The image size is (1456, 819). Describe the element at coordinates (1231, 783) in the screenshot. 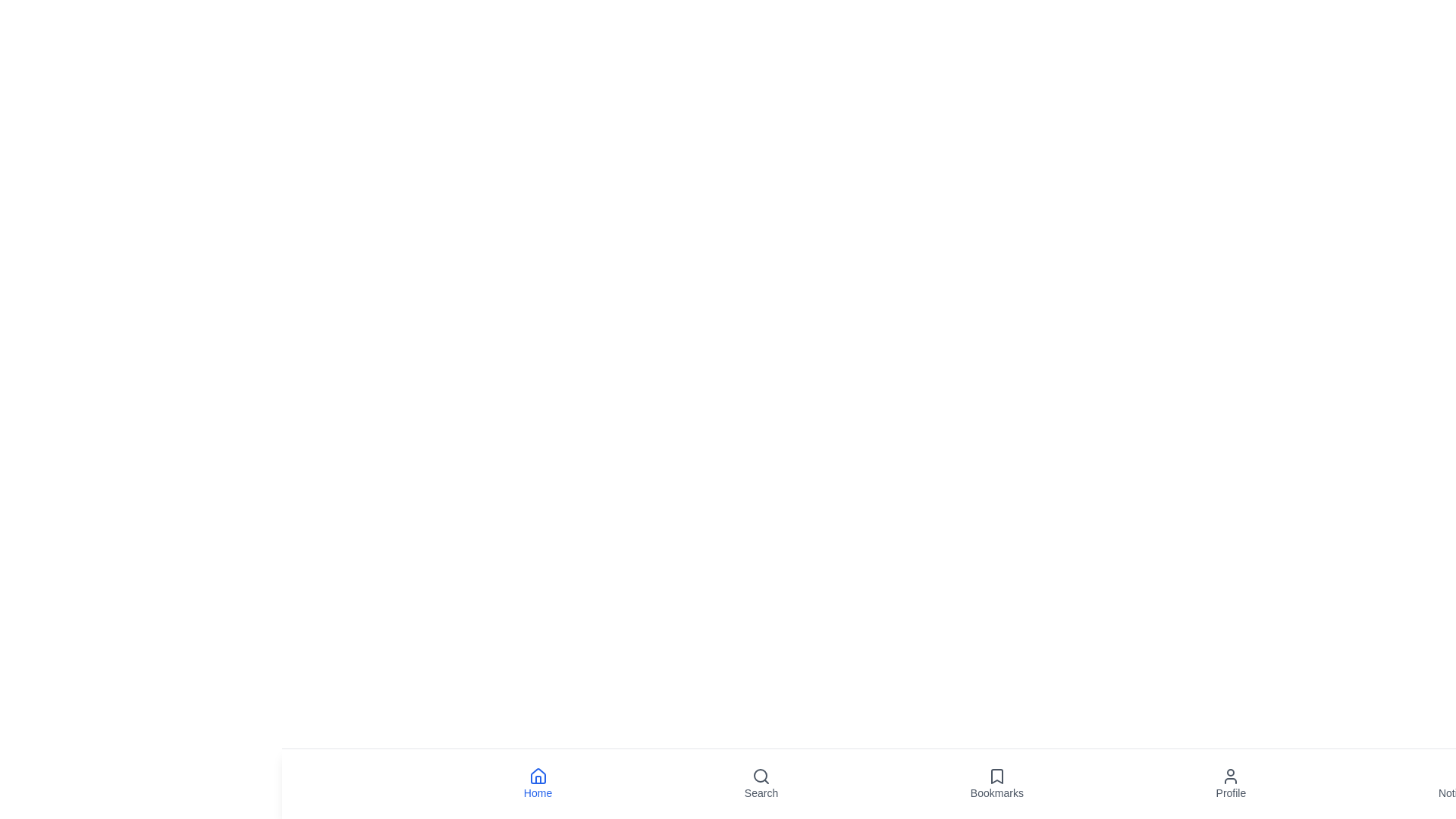

I see `the navigation tab labeled Profile` at that location.